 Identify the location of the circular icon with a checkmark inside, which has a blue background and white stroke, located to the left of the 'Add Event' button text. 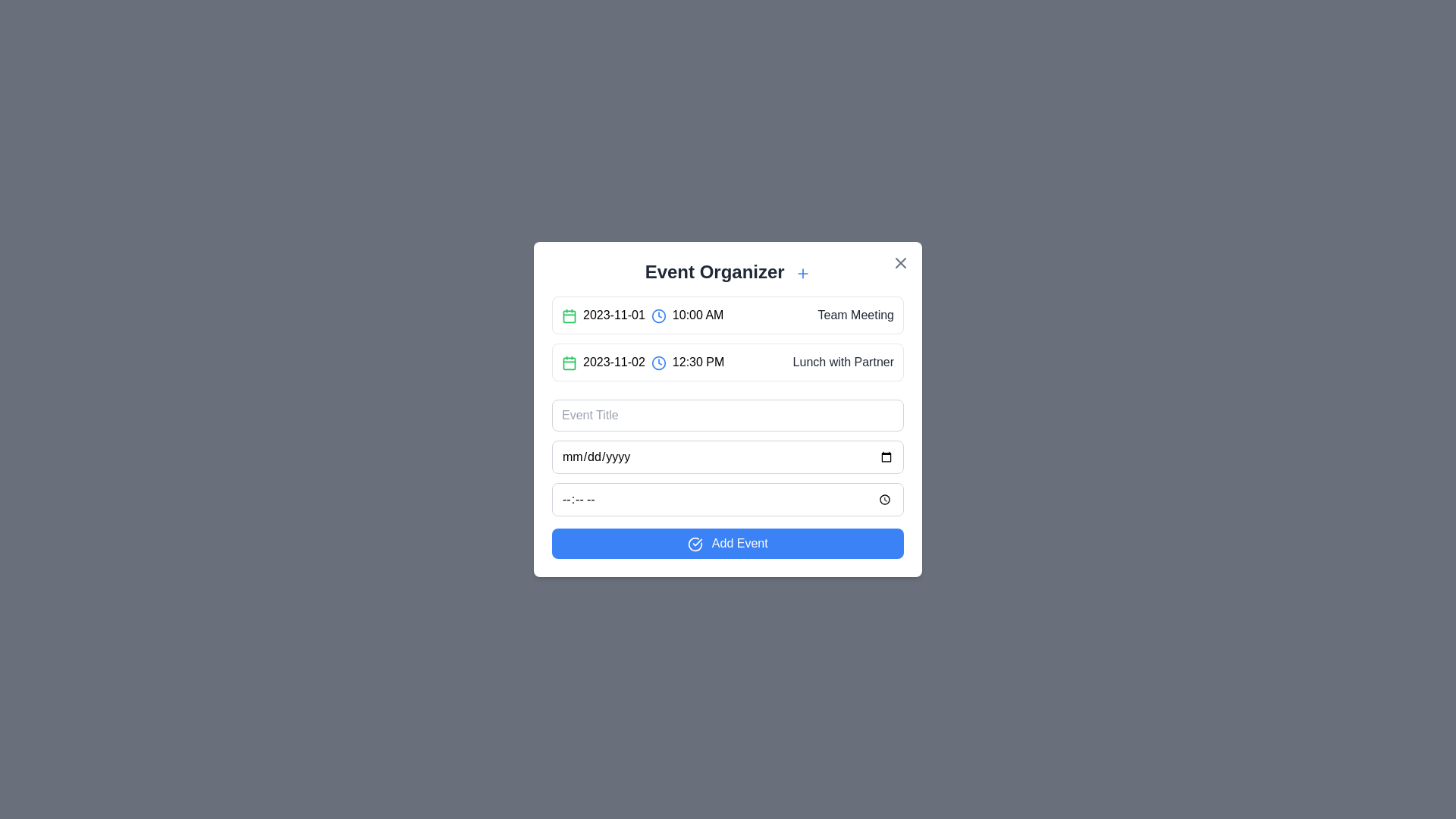
(695, 543).